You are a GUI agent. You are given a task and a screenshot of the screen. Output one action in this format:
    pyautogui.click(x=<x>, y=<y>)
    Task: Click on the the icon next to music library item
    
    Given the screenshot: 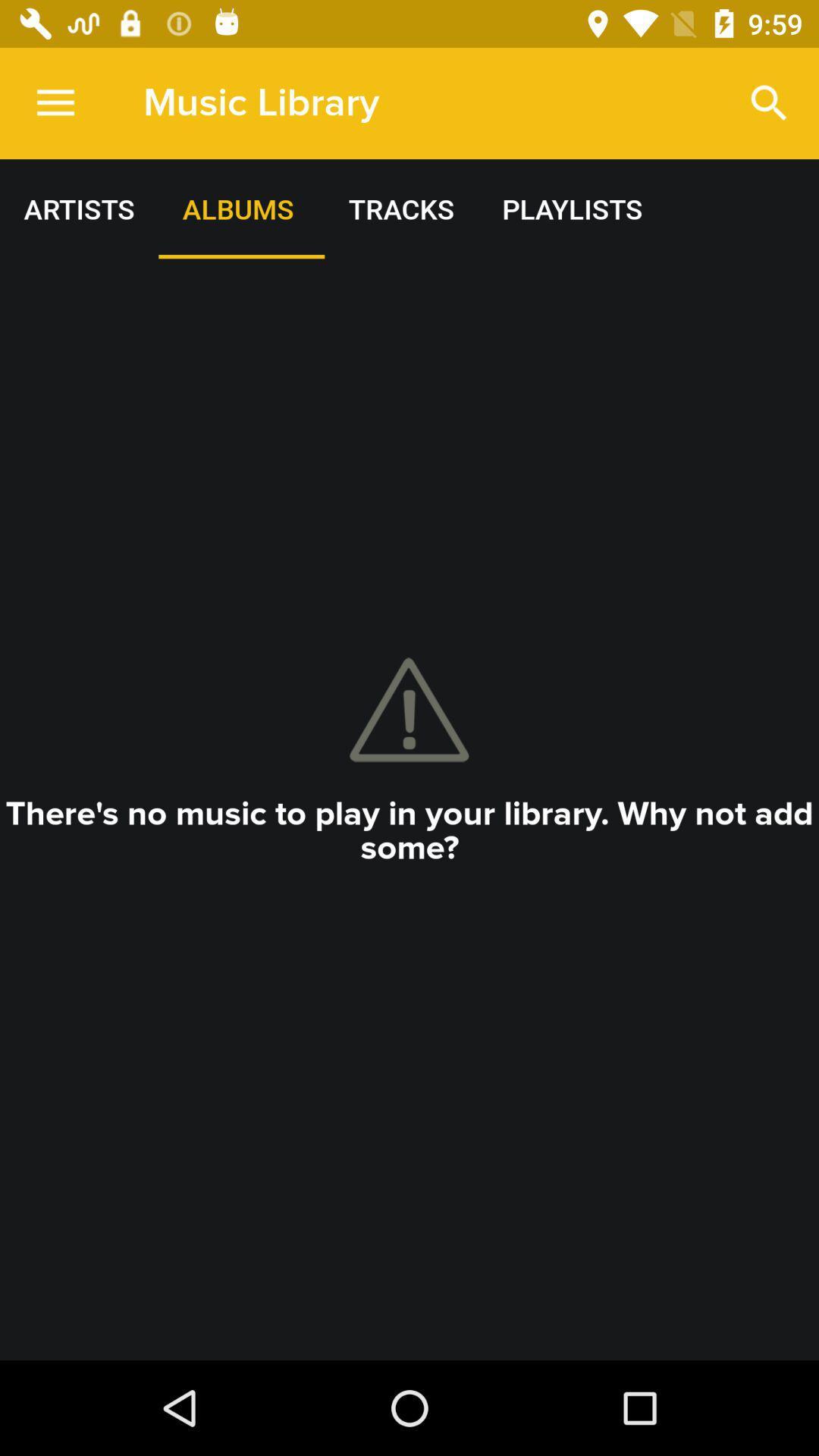 What is the action you would take?
    pyautogui.click(x=55, y=102)
    